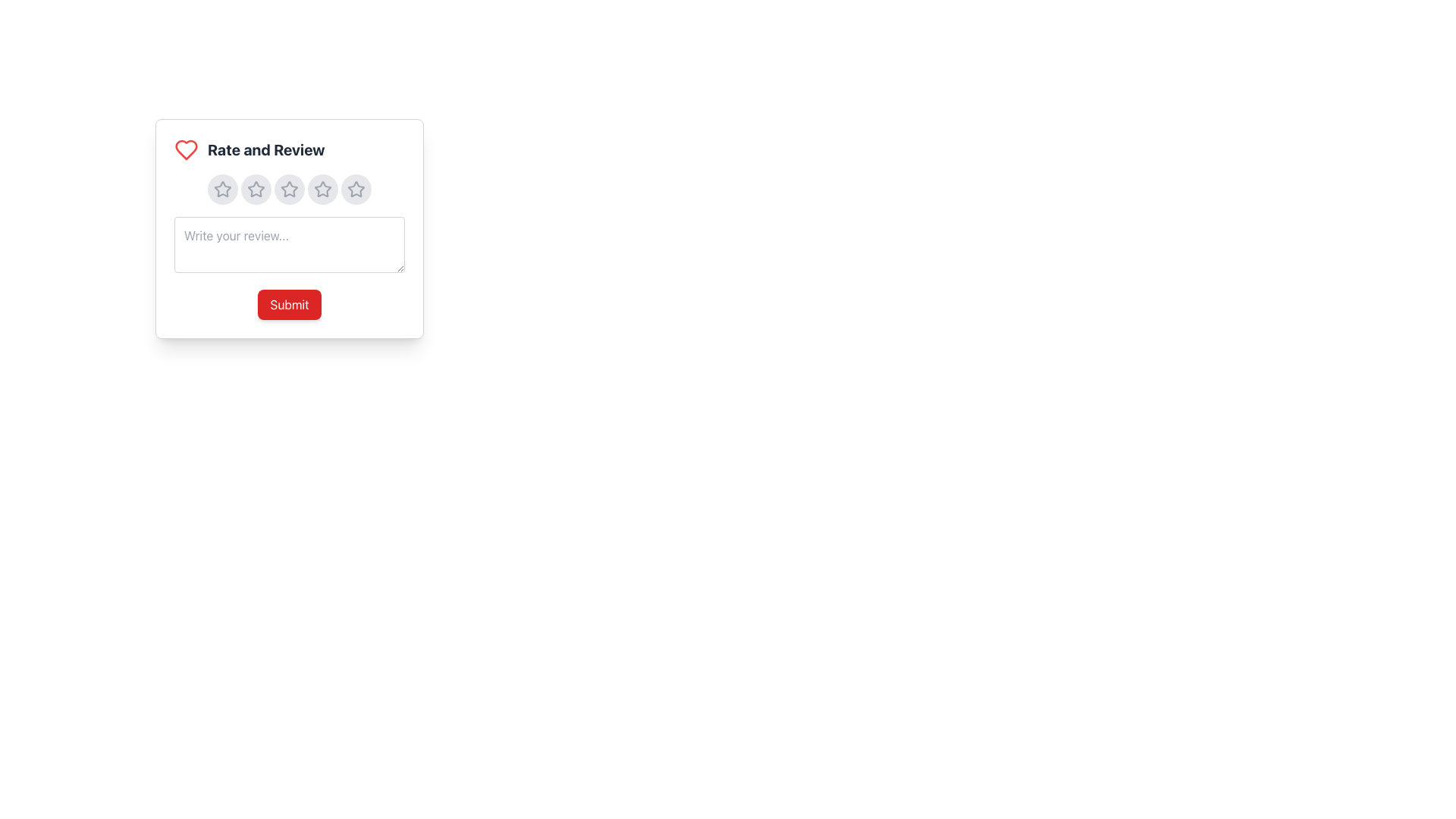  I want to click on the heart icon located at the leftmost position above the rating stars and review input box, adjacent to the 'Rate and Review' title text, so click(185, 149).